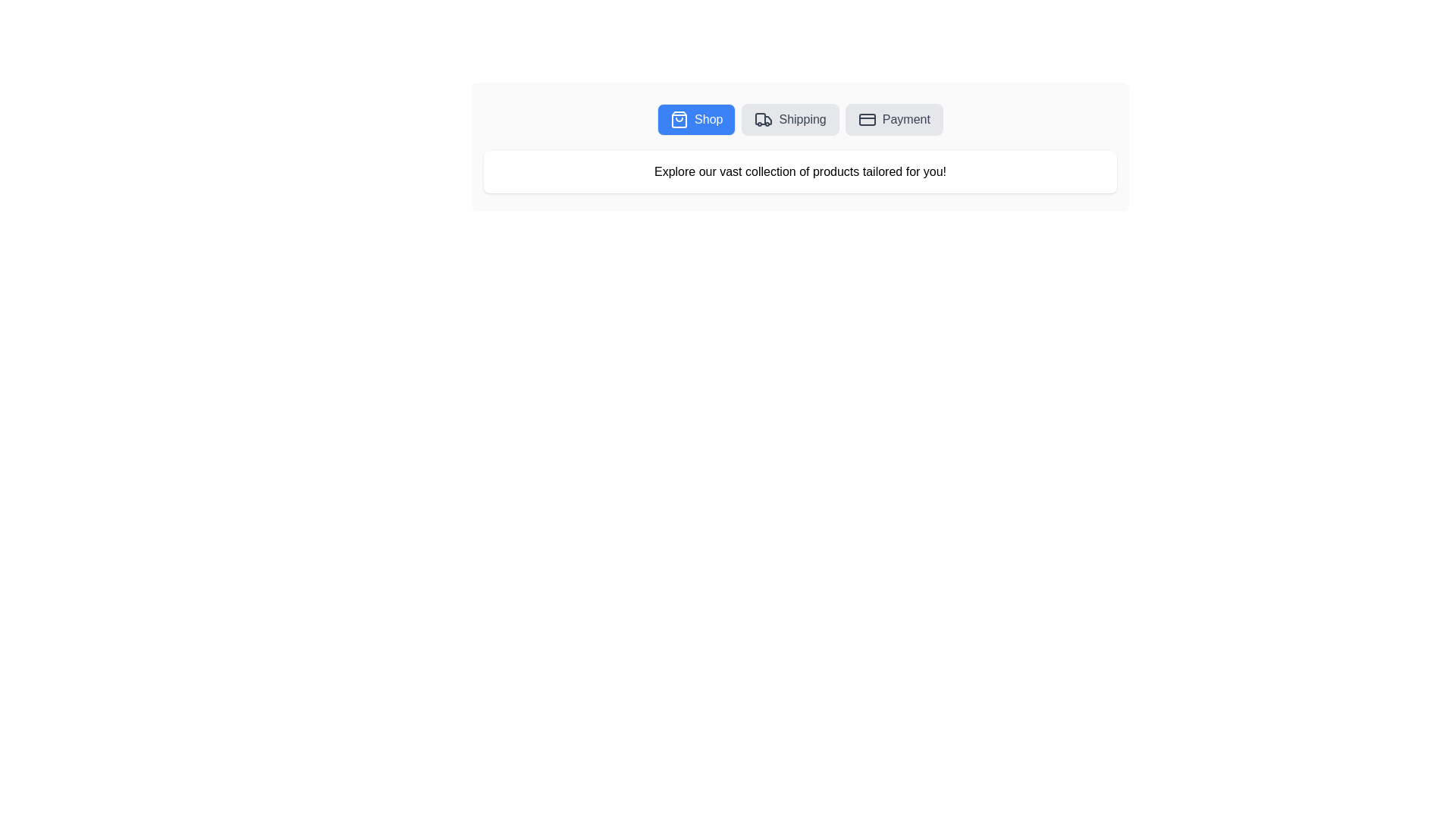  What do you see at coordinates (764, 119) in the screenshot?
I see `the shipping icon located to the left of the 'Shipping' text` at bounding box center [764, 119].